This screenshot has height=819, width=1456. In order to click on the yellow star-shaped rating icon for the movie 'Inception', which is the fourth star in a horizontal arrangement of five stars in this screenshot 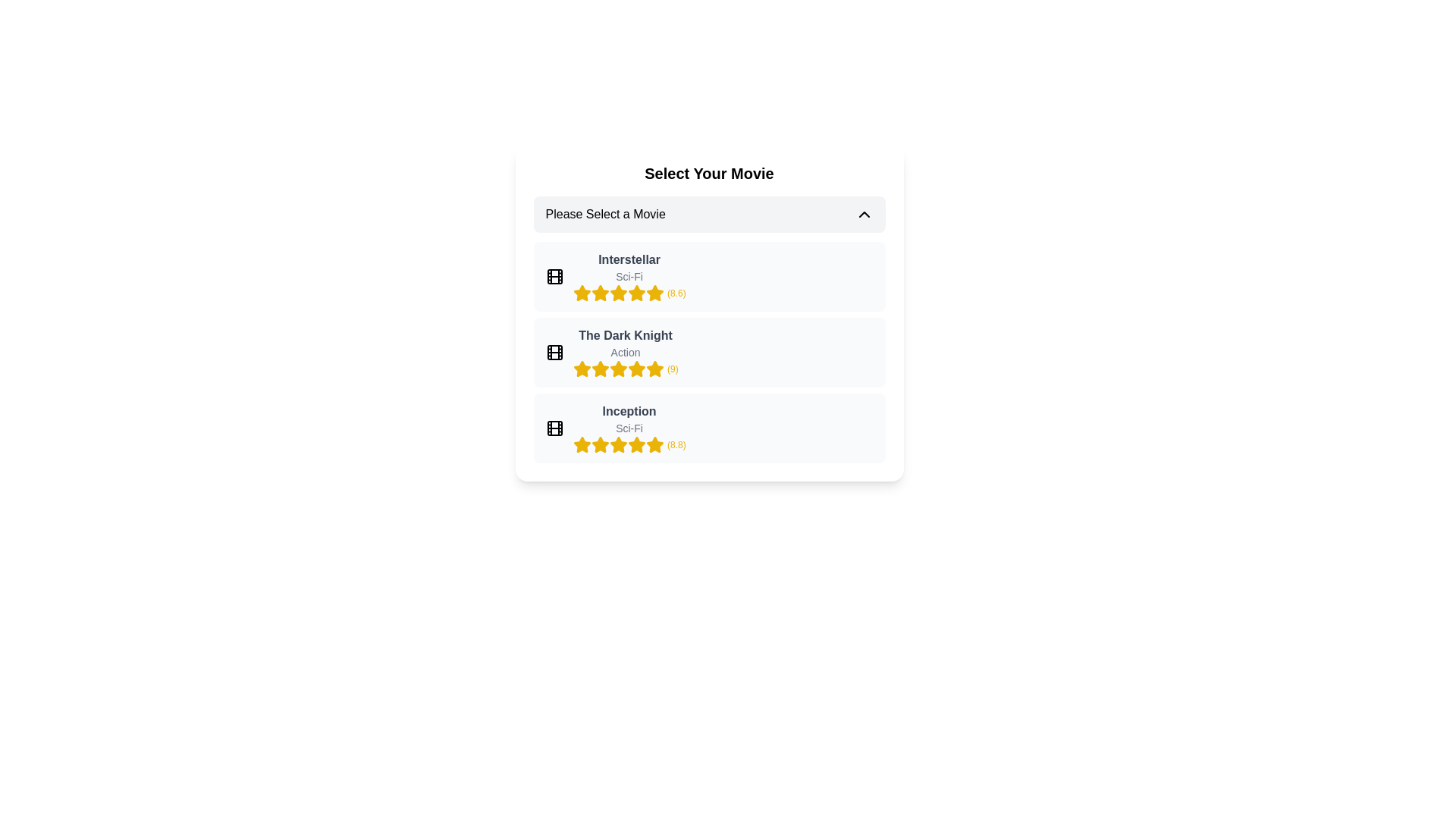, I will do `click(618, 444)`.